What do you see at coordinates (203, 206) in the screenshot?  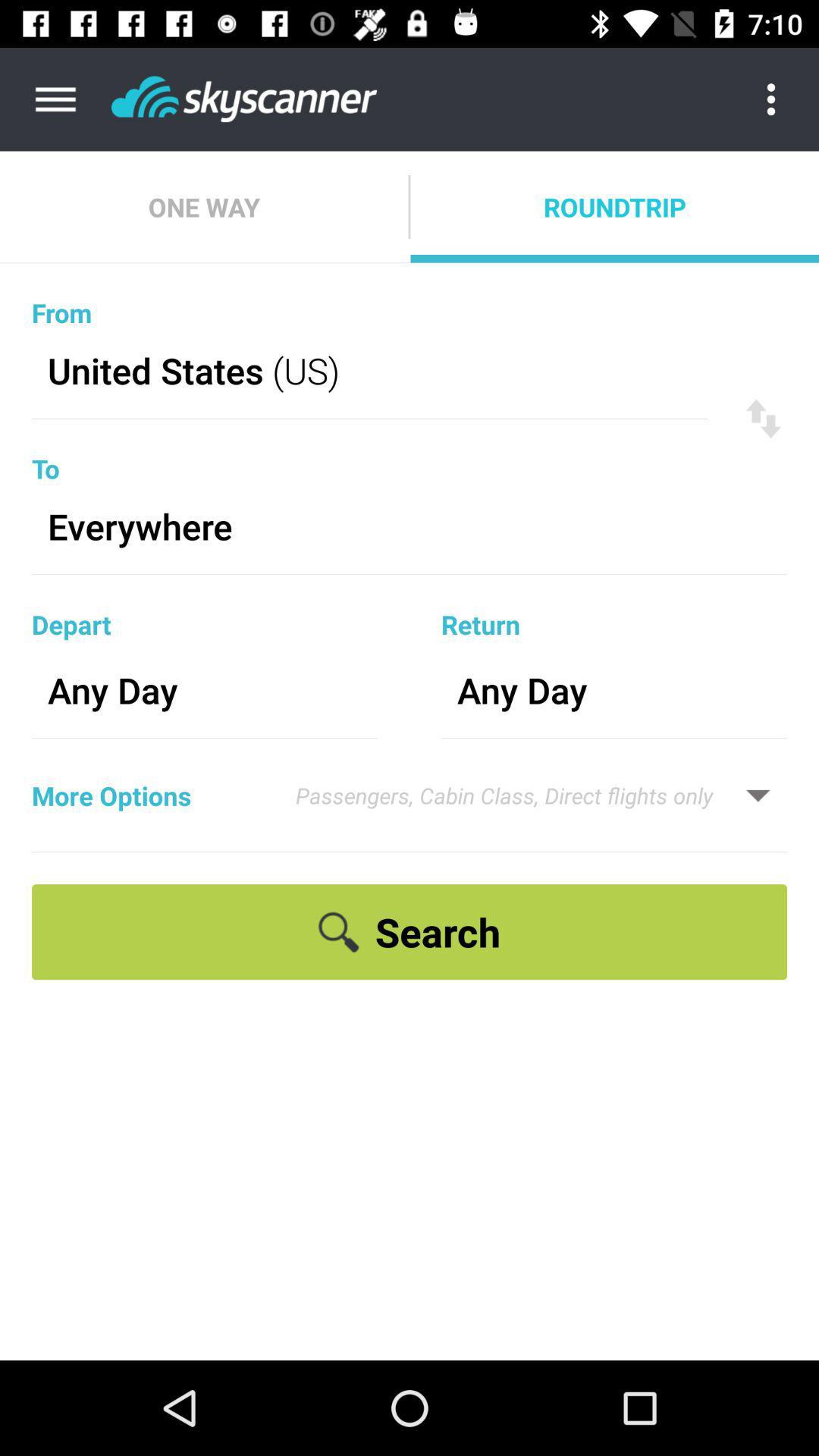 I see `the one way icon` at bounding box center [203, 206].